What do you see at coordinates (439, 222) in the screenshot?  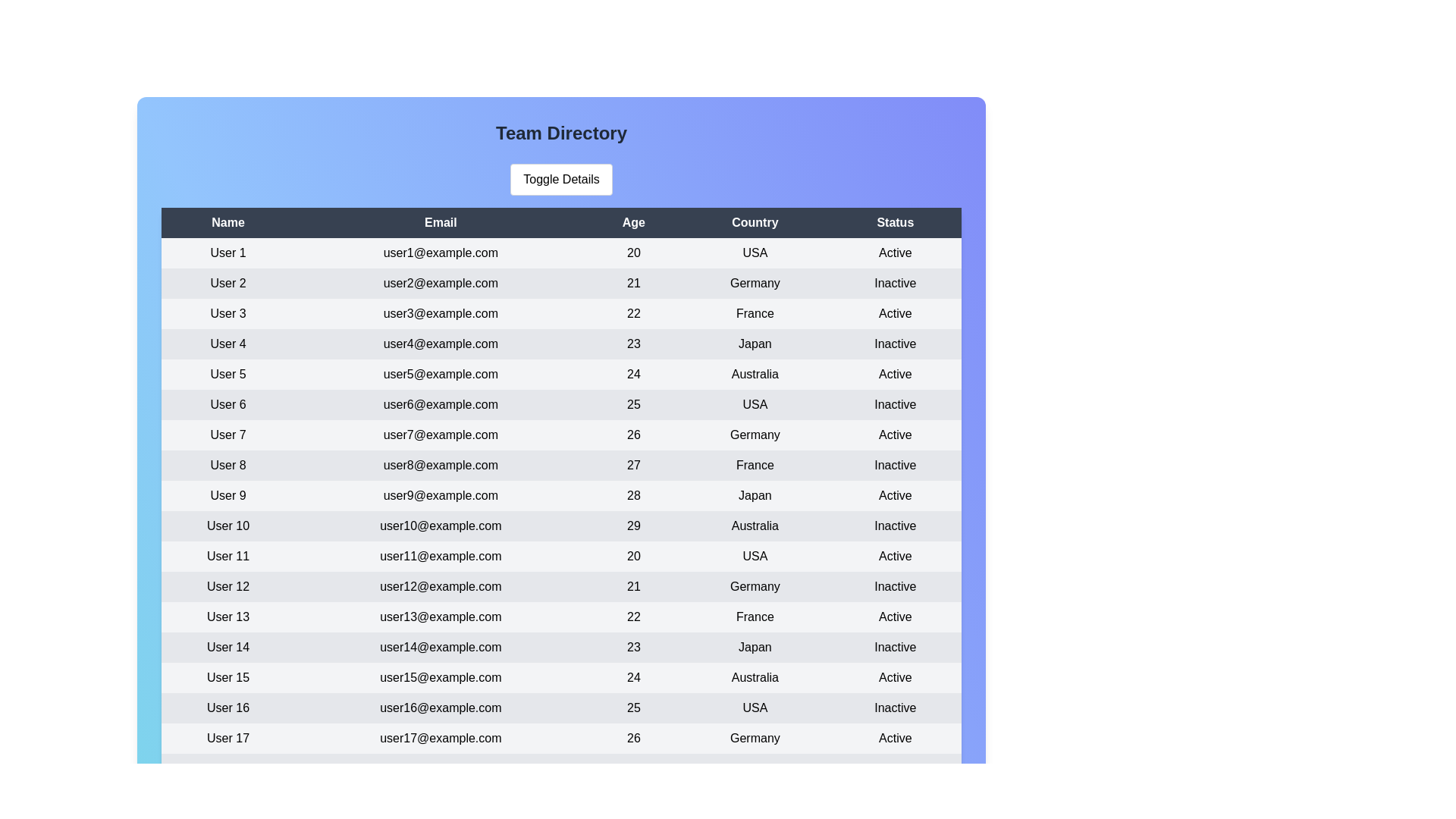 I see `the header Email to sort the table by that column` at bounding box center [439, 222].